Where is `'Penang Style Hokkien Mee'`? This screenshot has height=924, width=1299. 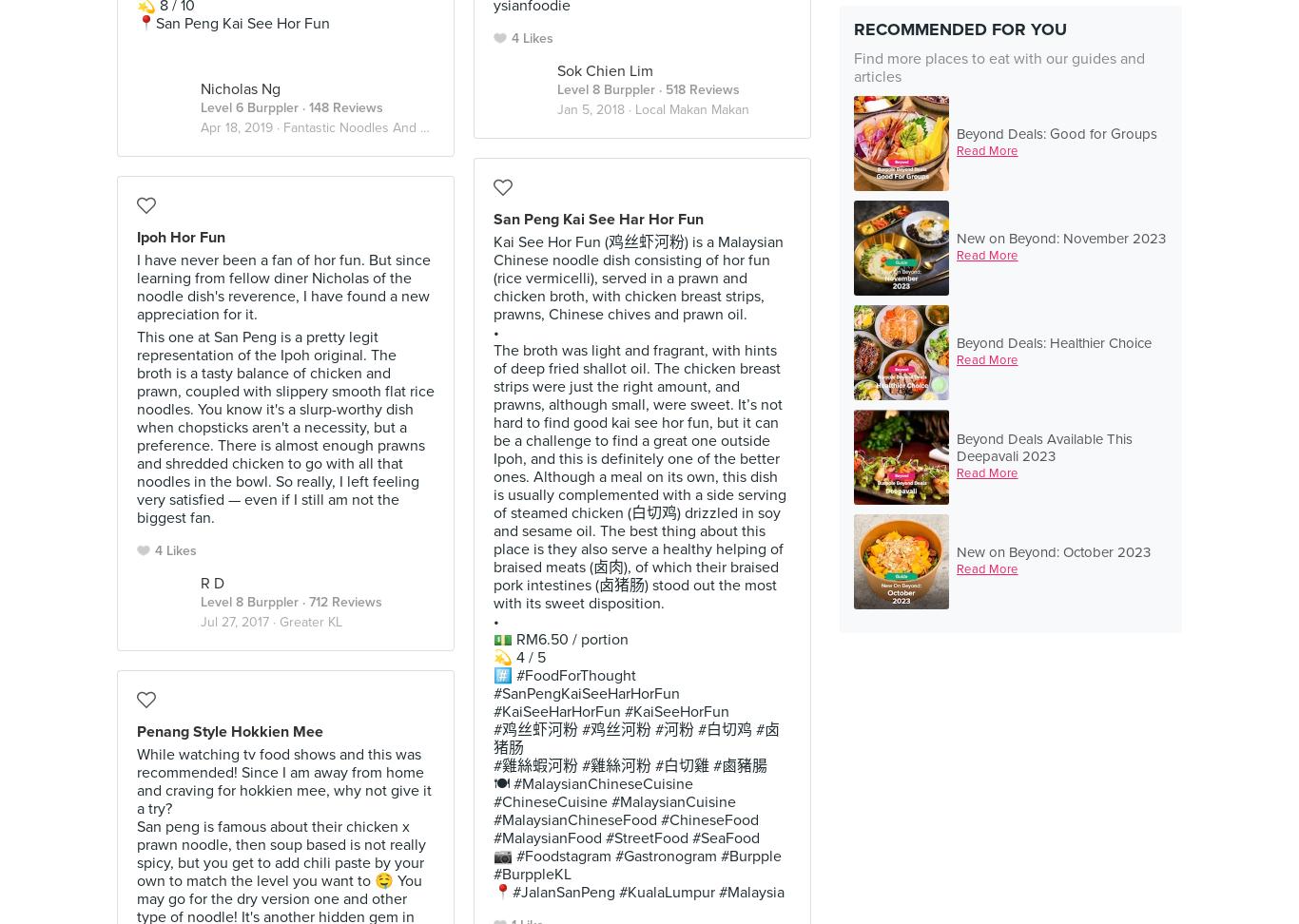
'Penang Style Hokkien Mee' is located at coordinates (230, 731).